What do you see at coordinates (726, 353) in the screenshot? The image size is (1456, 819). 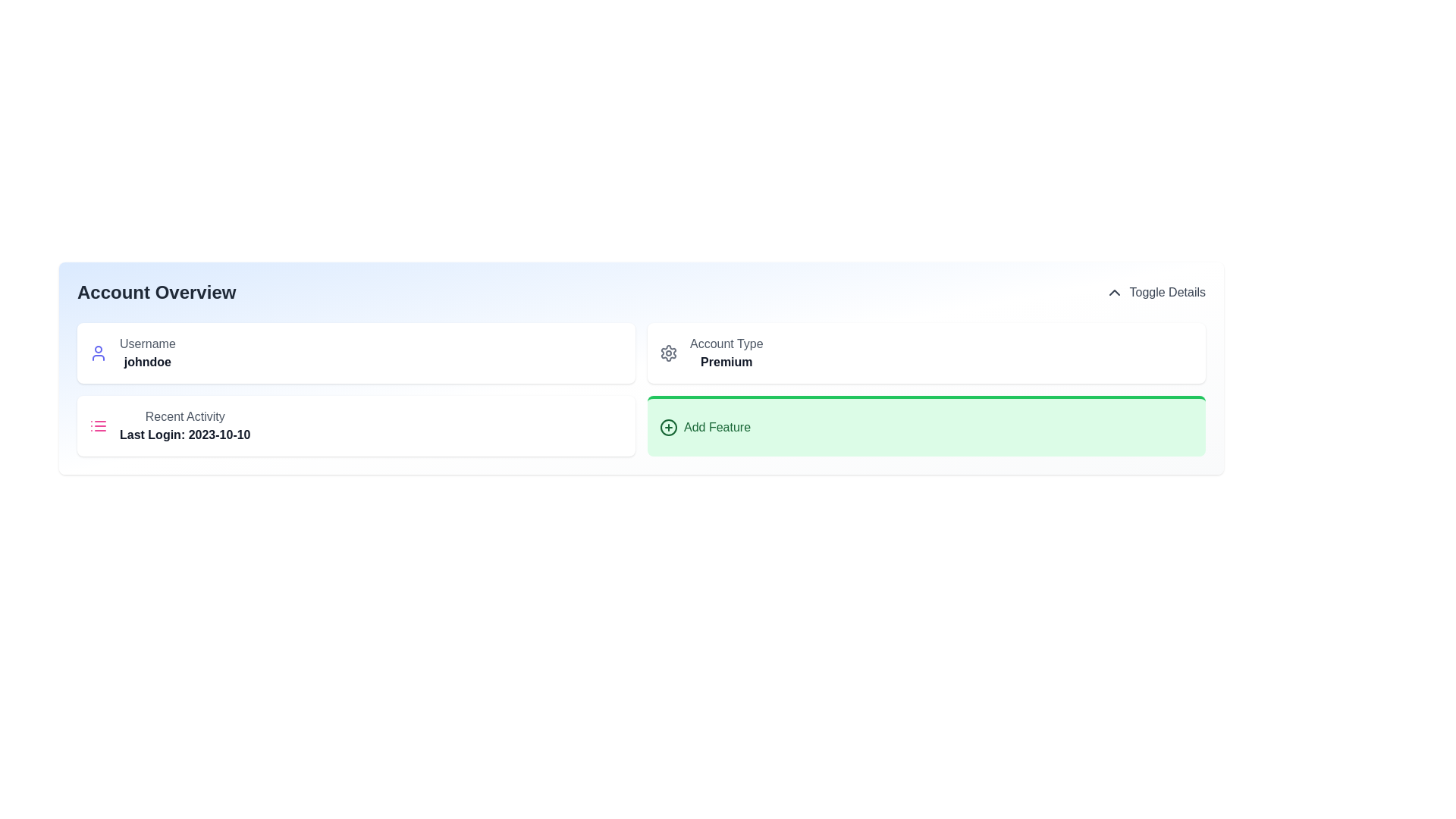 I see `the 'Premium' account type label, which is located in the upper right section of the interface, to the right of the 'Username' and 'Recent Activity' sections` at bounding box center [726, 353].